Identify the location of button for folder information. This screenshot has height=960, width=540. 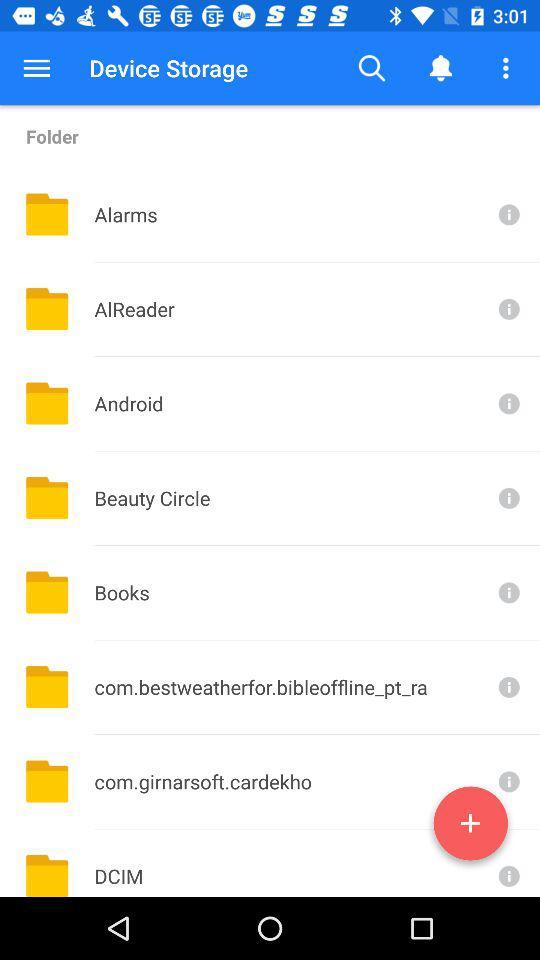
(507, 862).